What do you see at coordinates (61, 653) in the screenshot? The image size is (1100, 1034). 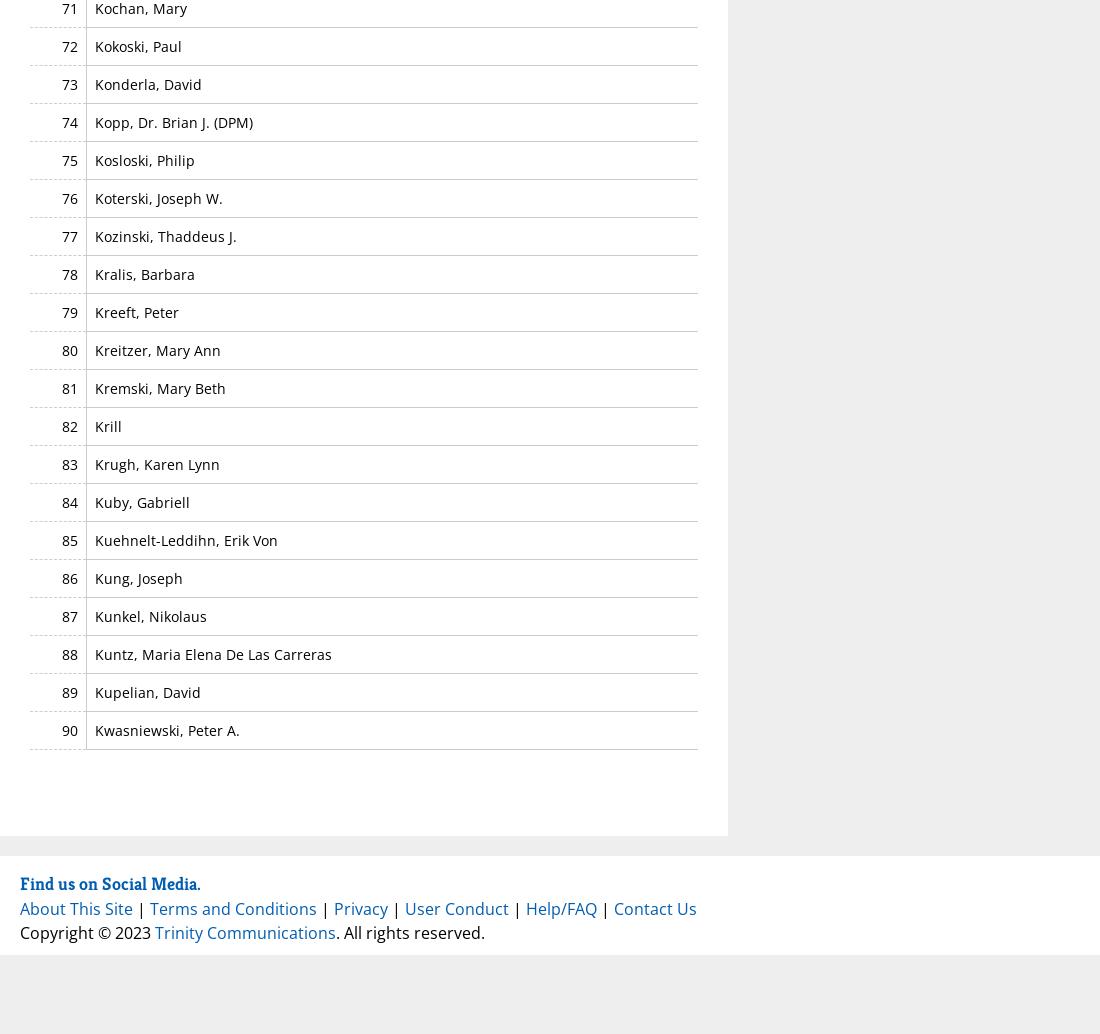 I see `'88'` at bounding box center [61, 653].